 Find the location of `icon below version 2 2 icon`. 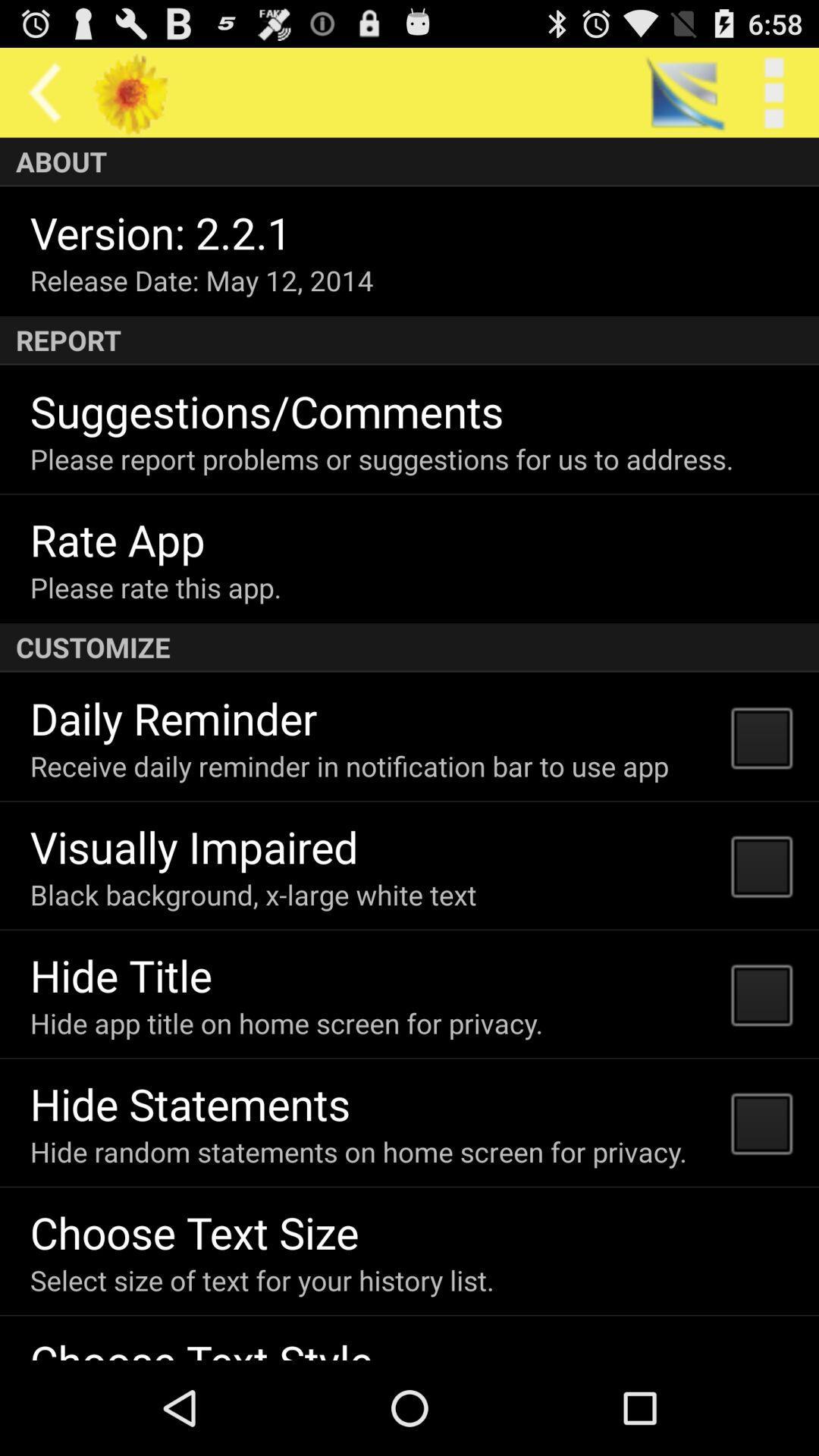

icon below version 2 2 icon is located at coordinates (201, 280).